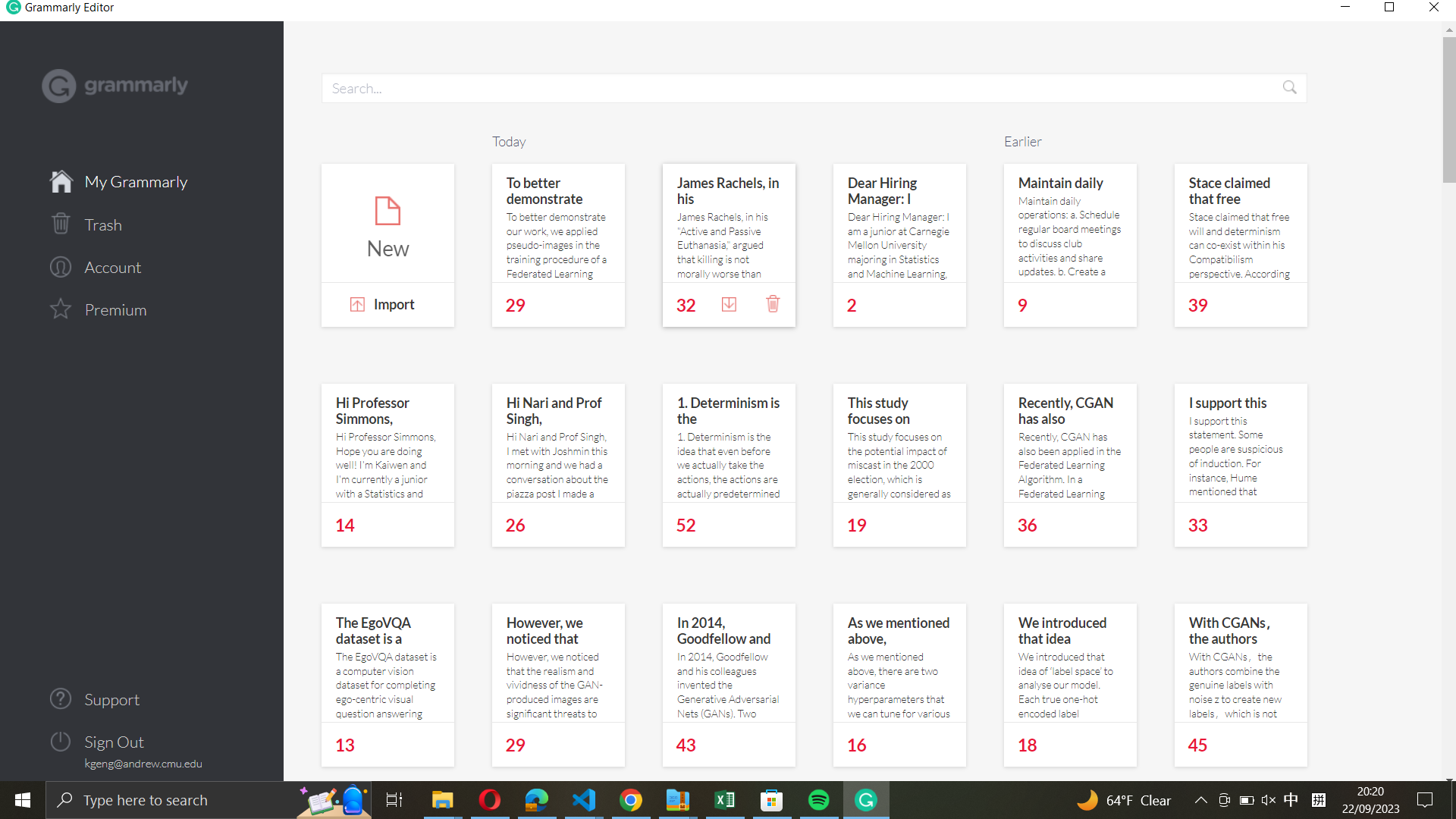 This screenshot has height=819, width=1456. What do you see at coordinates (557, 442) in the screenshot?
I see `Create a note dedicated to Nari Prof Singh` at bounding box center [557, 442].